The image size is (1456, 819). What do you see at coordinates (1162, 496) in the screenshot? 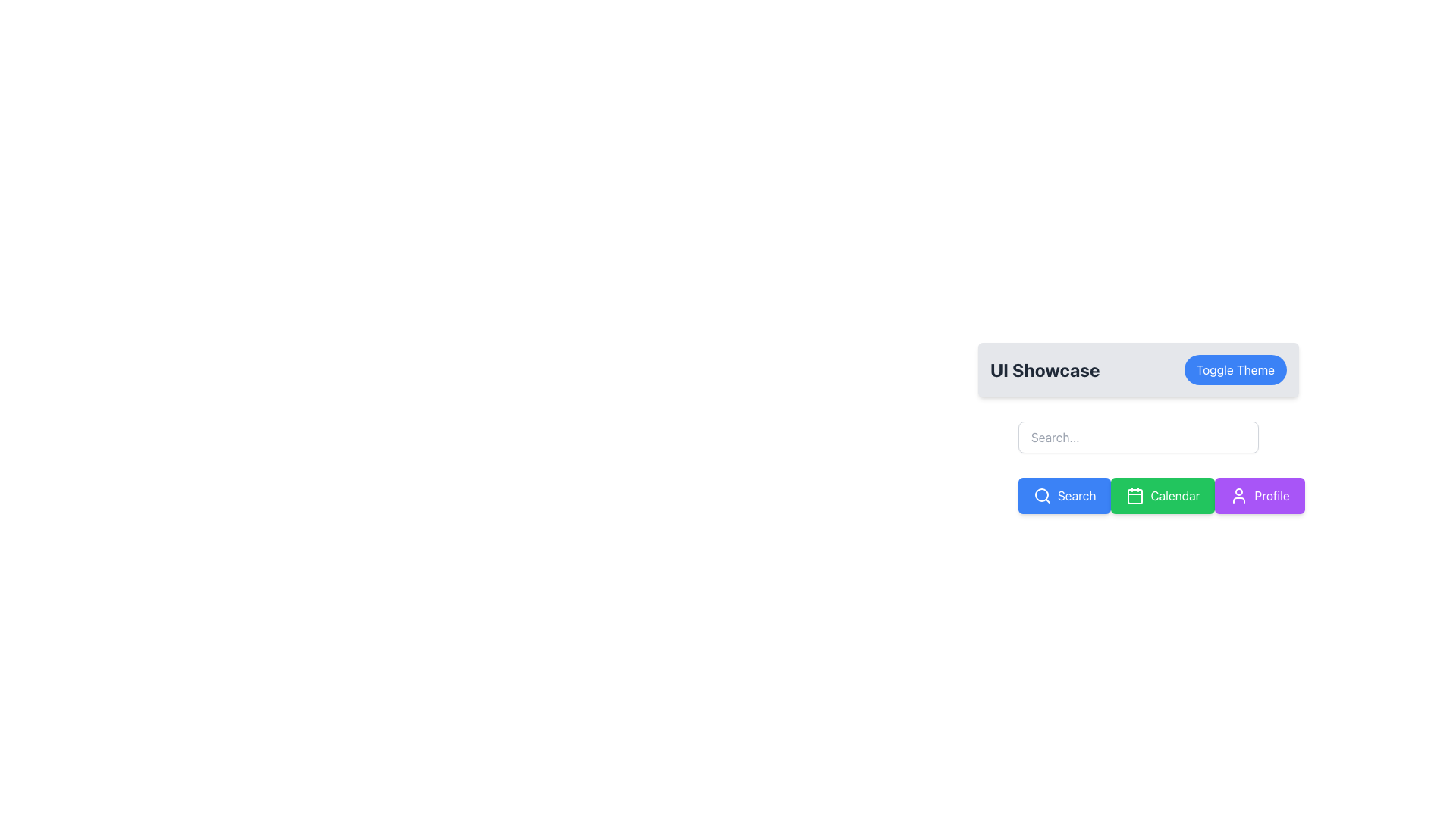
I see `the second button from the left, located between the 'Search' button and the 'Profile' button` at bounding box center [1162, 496].